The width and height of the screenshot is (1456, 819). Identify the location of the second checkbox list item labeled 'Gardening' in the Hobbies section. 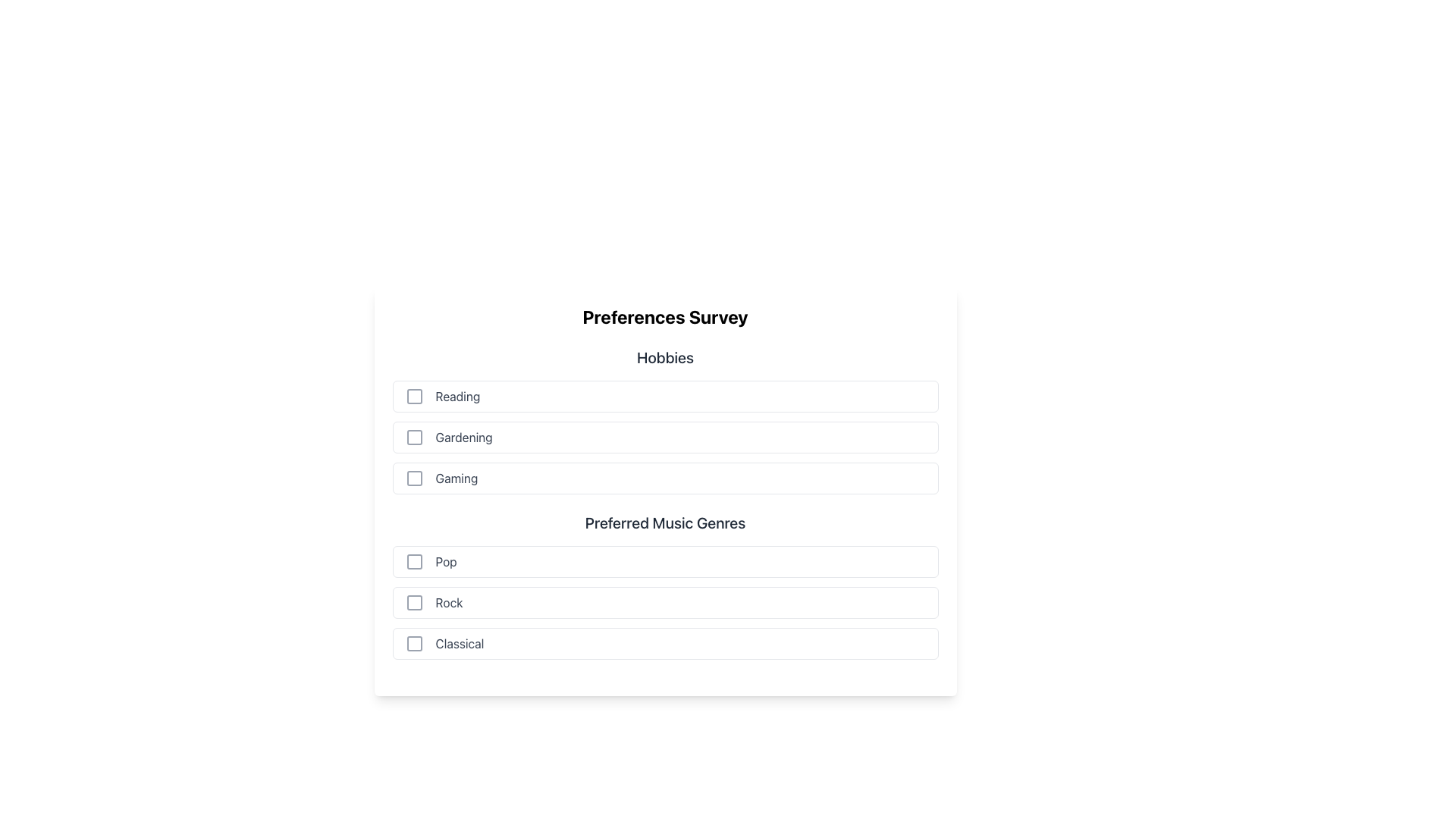
(665, 438).